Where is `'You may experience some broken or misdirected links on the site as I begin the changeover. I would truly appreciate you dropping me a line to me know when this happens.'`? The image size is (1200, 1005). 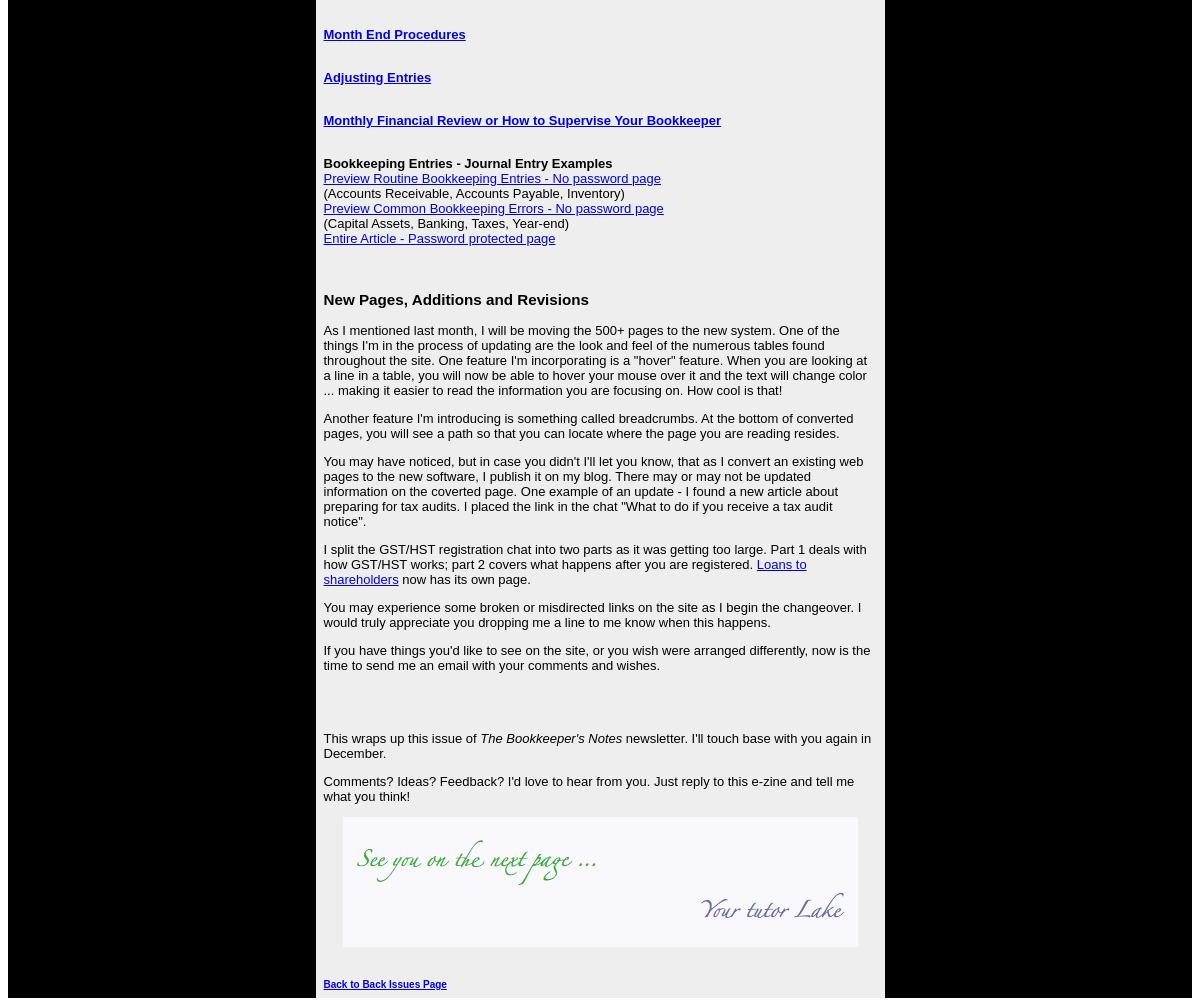
'You may experience some broken or misdirected links on the site as I begin the changeover. I would truly appreciate you dropping me a line to me know when this happens.' is located at coordinates (323, 613).